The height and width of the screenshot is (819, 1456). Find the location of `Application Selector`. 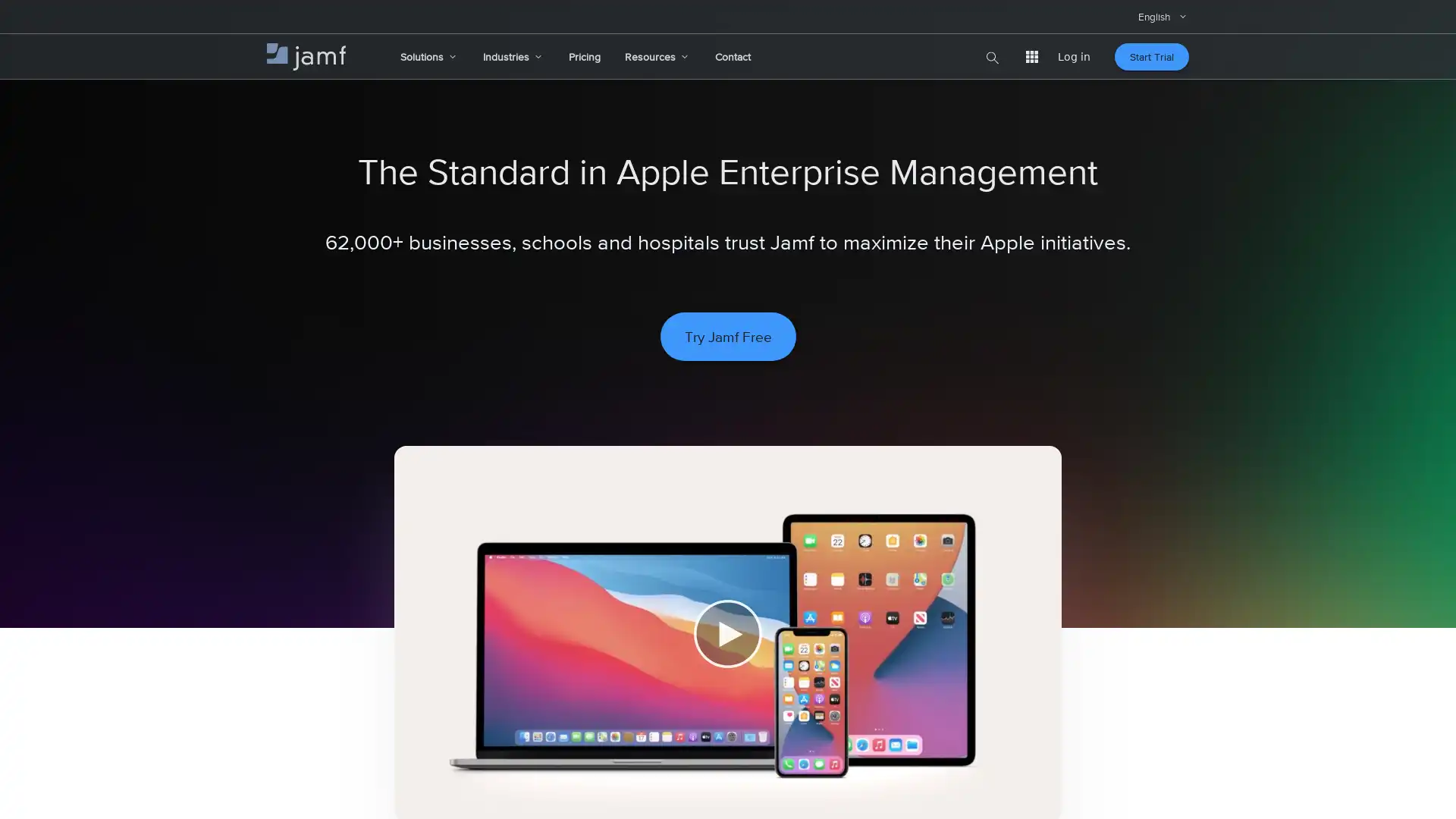

Application Selector is located at coordinates (1031, 55).